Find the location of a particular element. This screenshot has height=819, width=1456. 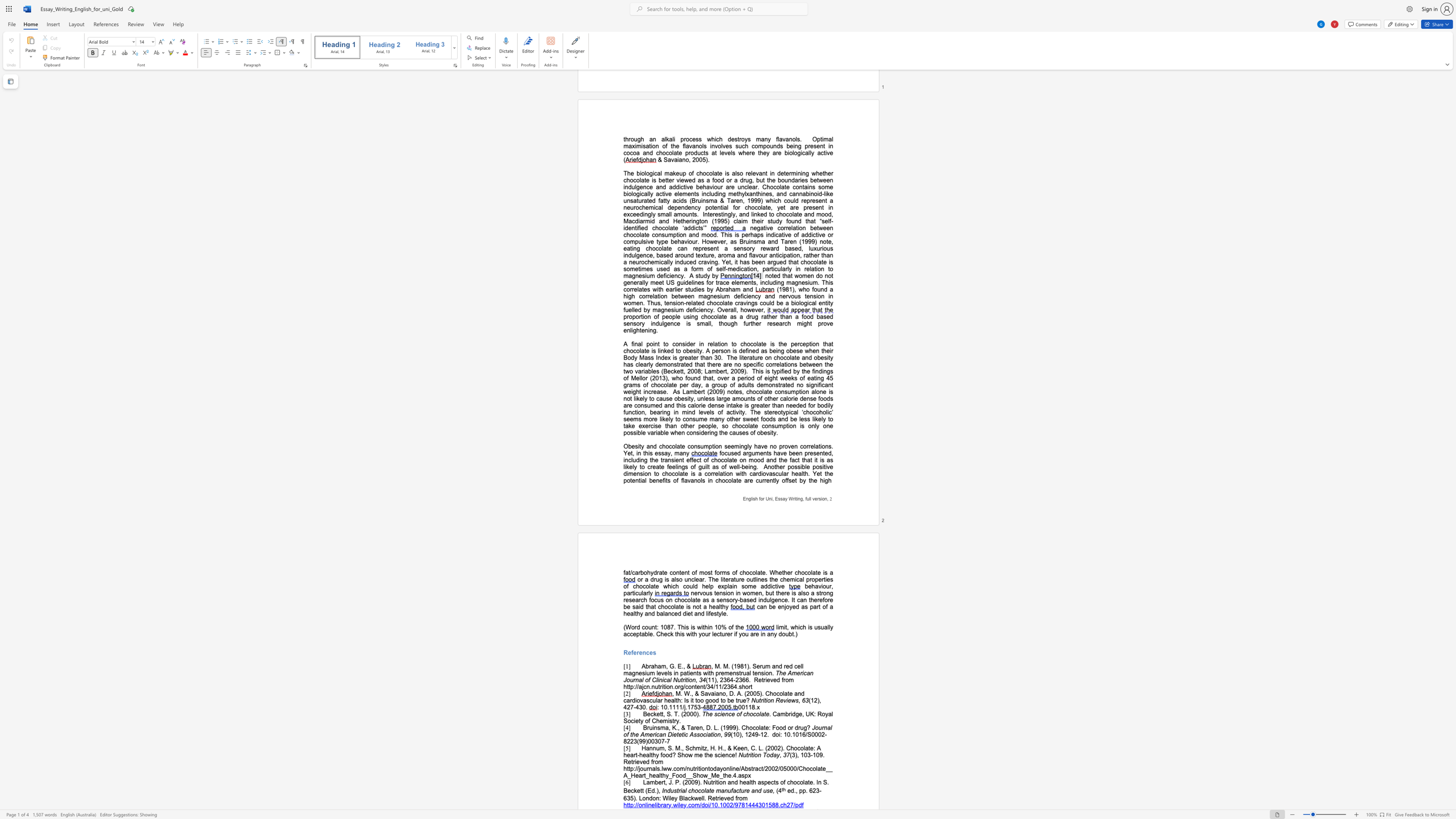

the subset text "your lecturer if you are in any do" within the text "limit, which is usually acceptable. Check this with your lecturer if you are in any doubt.)" is located at coordinates (697, 634).